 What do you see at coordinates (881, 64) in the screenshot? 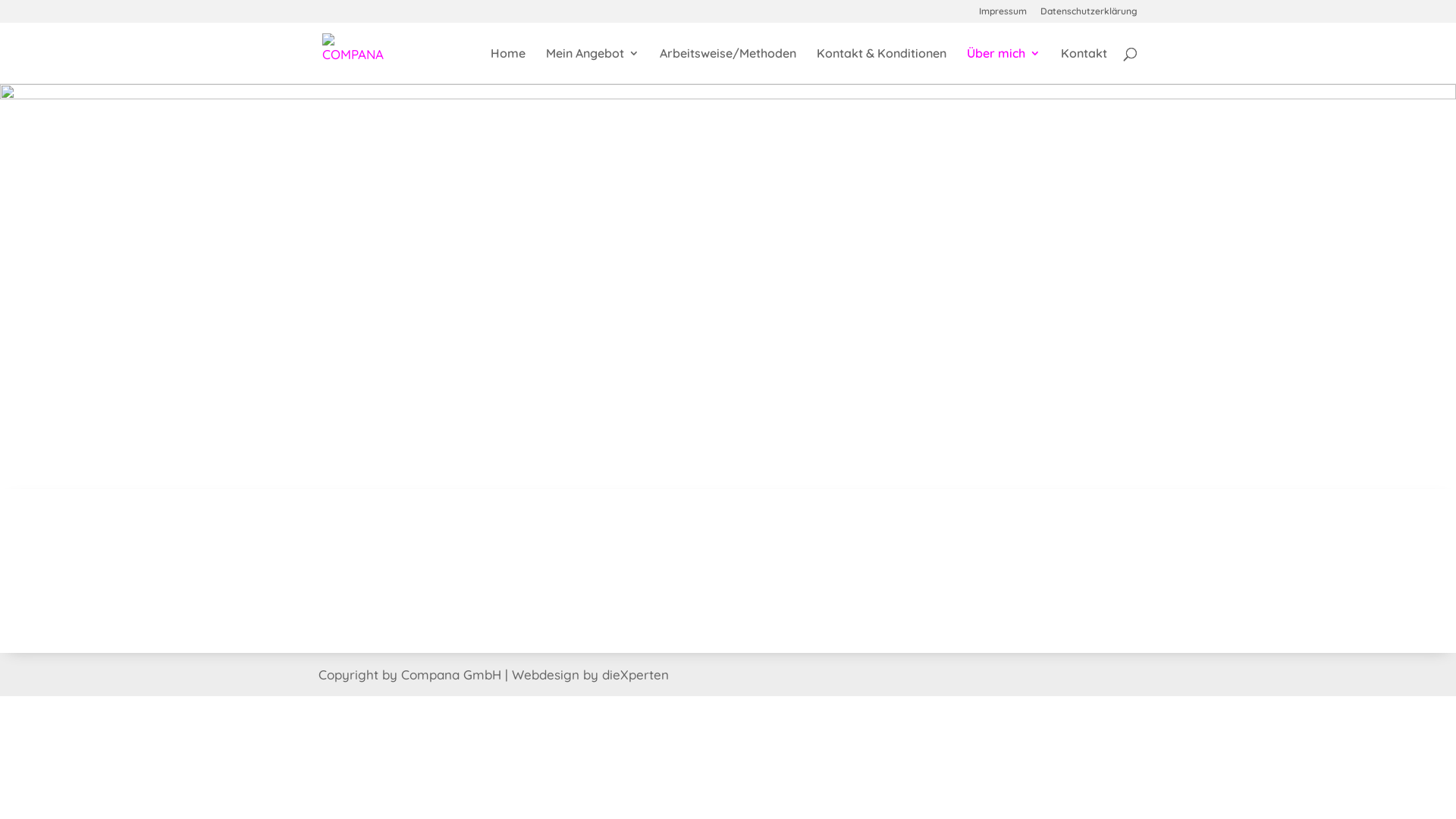
I see `'Kontakt & Konditionen'` at bounding box center [881, 64].